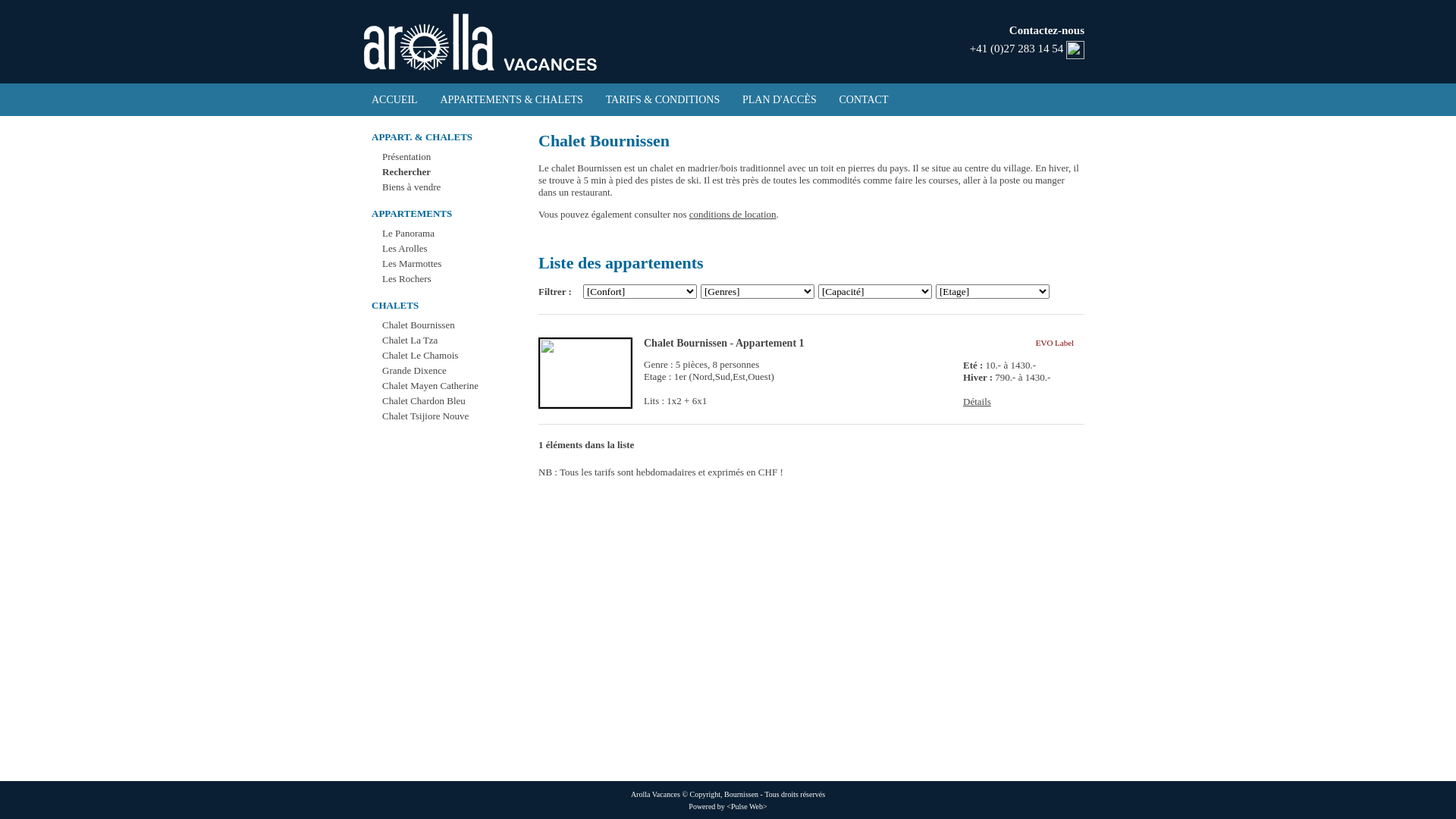 This screenshot has height=819, width=1456. What do you see at coordinates (510, 99) in the screenshot?
I see `'APPARTEMENTS & CHALETS'` at bounding box center [510, 99].